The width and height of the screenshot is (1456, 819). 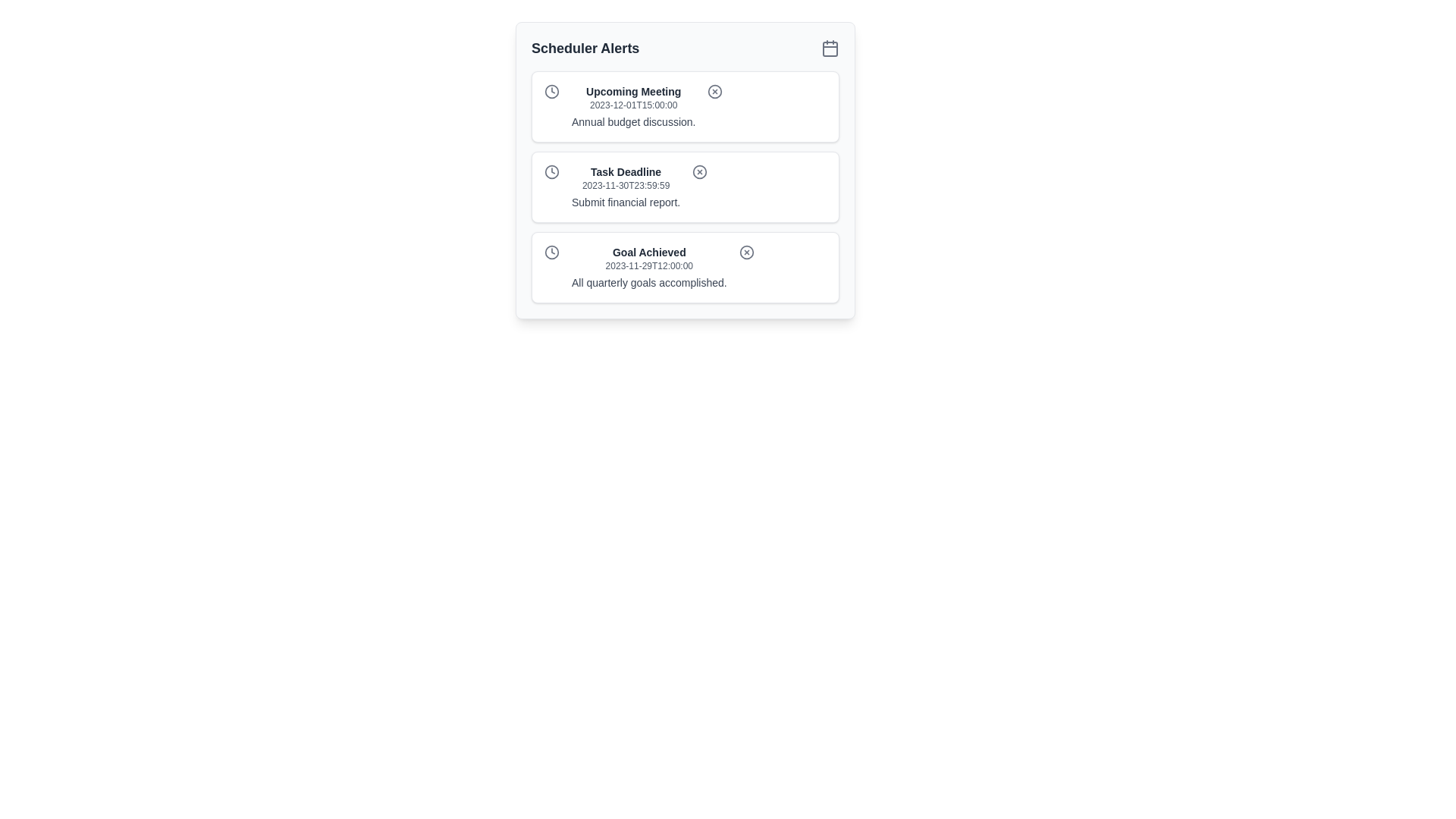 I want to click on the Text Label that serves as the header for the notification card in the 'Scheduler Alerts' widget, positioned at the top of the middle card, so click(x=626, y=171).